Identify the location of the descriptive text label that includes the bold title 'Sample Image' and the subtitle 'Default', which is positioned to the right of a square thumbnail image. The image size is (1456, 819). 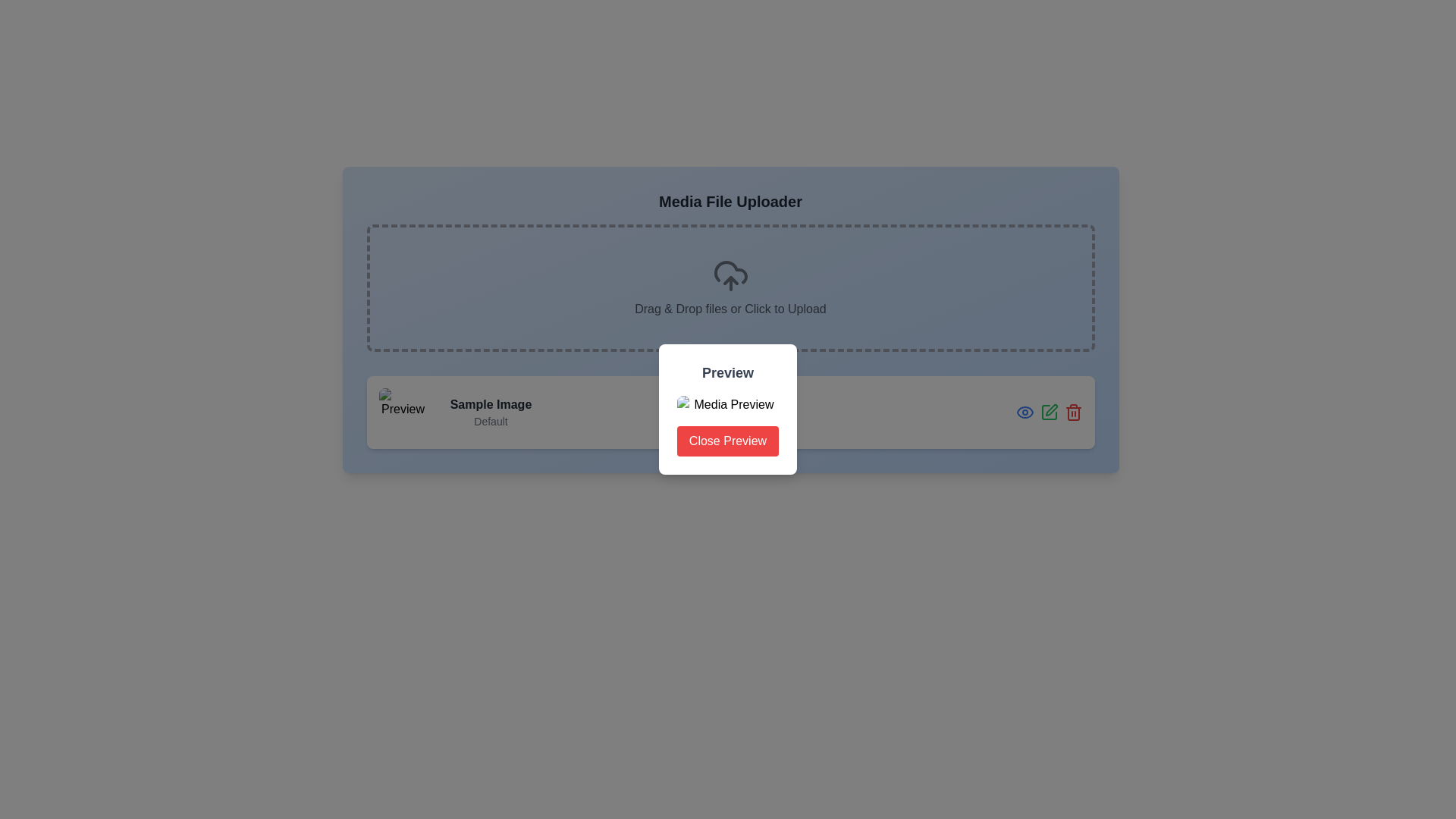
(461, 412).